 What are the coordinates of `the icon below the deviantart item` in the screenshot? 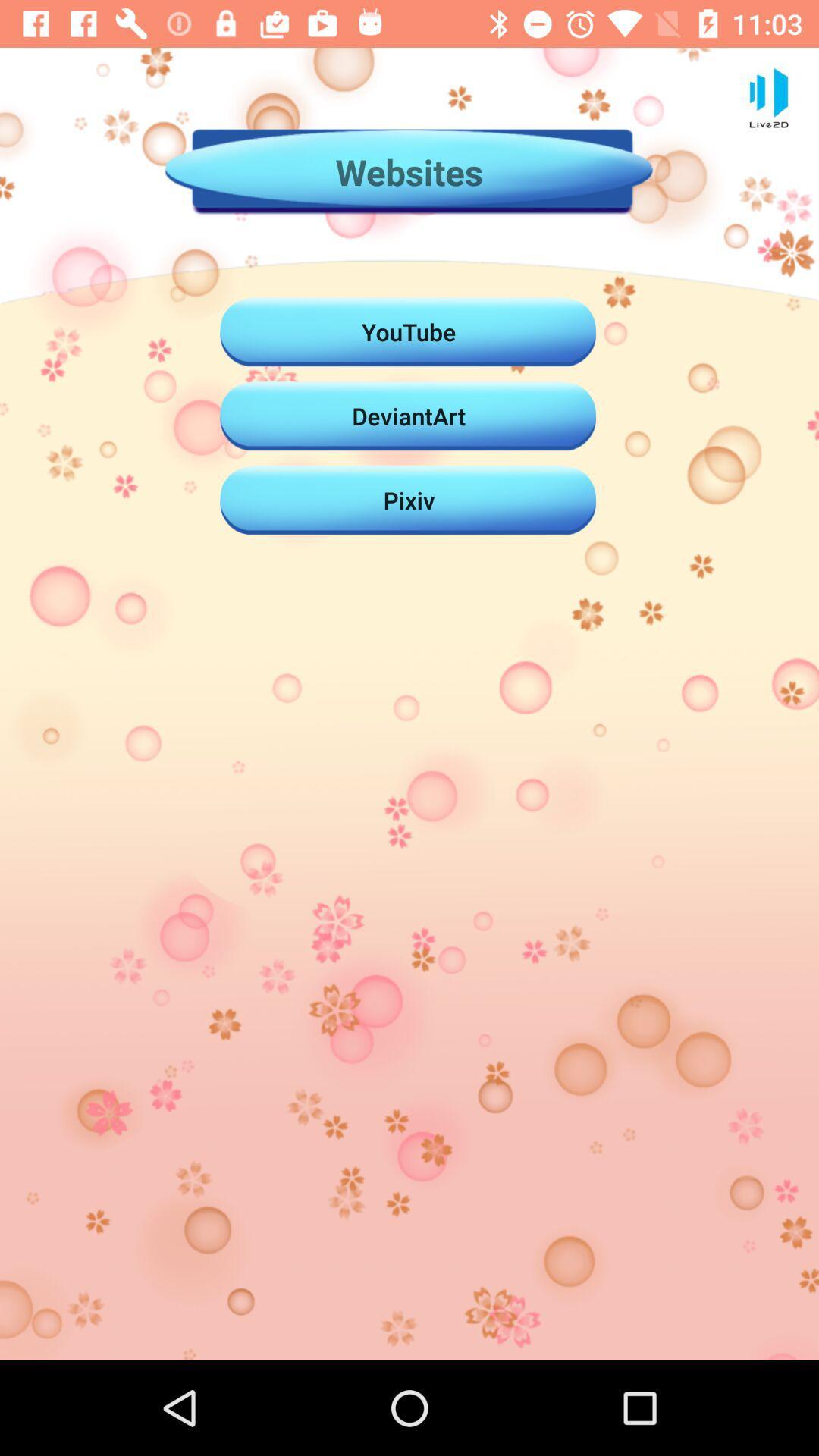 It's located at (408, 500).